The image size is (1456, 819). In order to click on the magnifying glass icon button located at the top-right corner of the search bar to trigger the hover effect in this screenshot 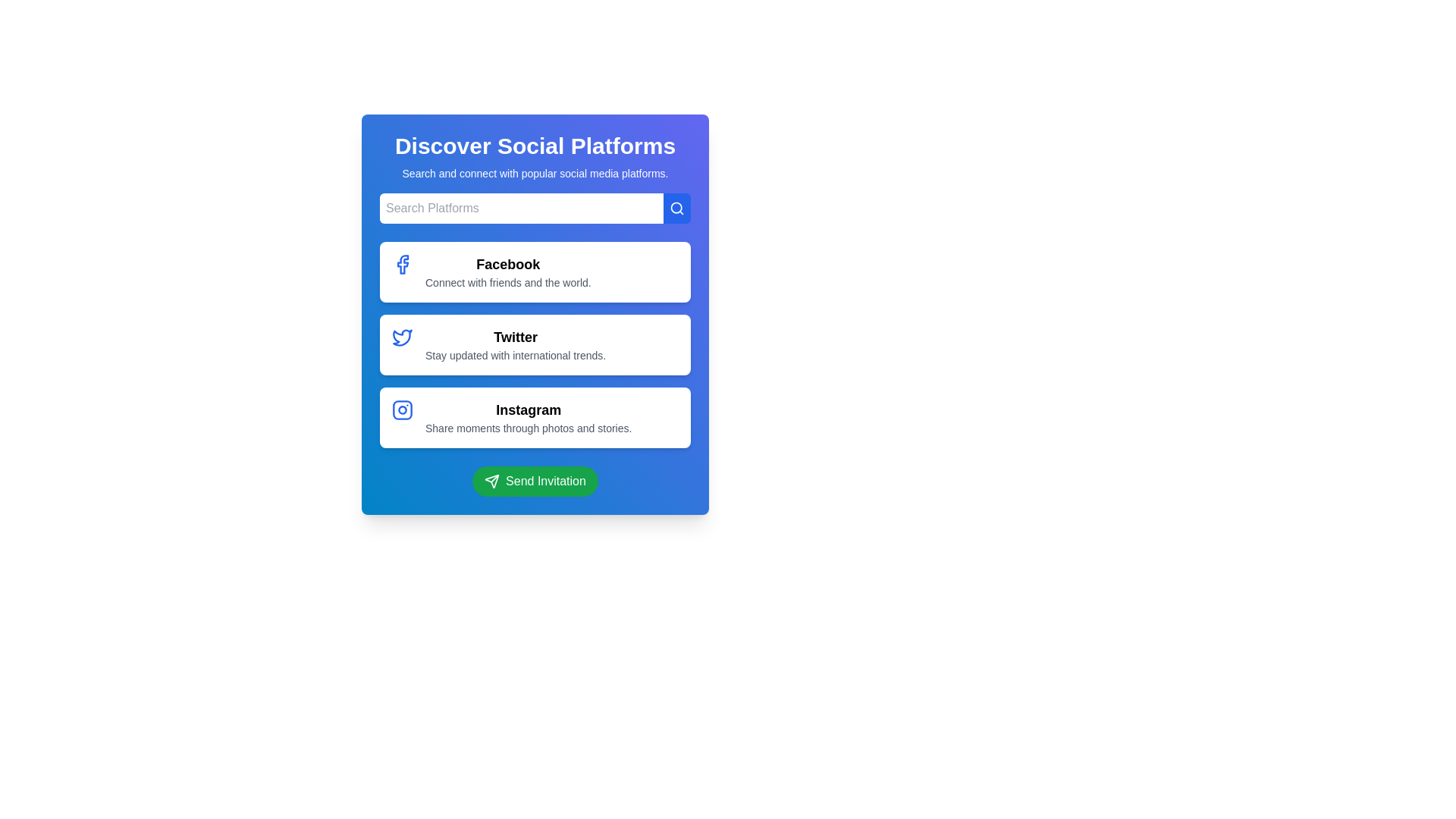, I will do `click(676, 208)`.